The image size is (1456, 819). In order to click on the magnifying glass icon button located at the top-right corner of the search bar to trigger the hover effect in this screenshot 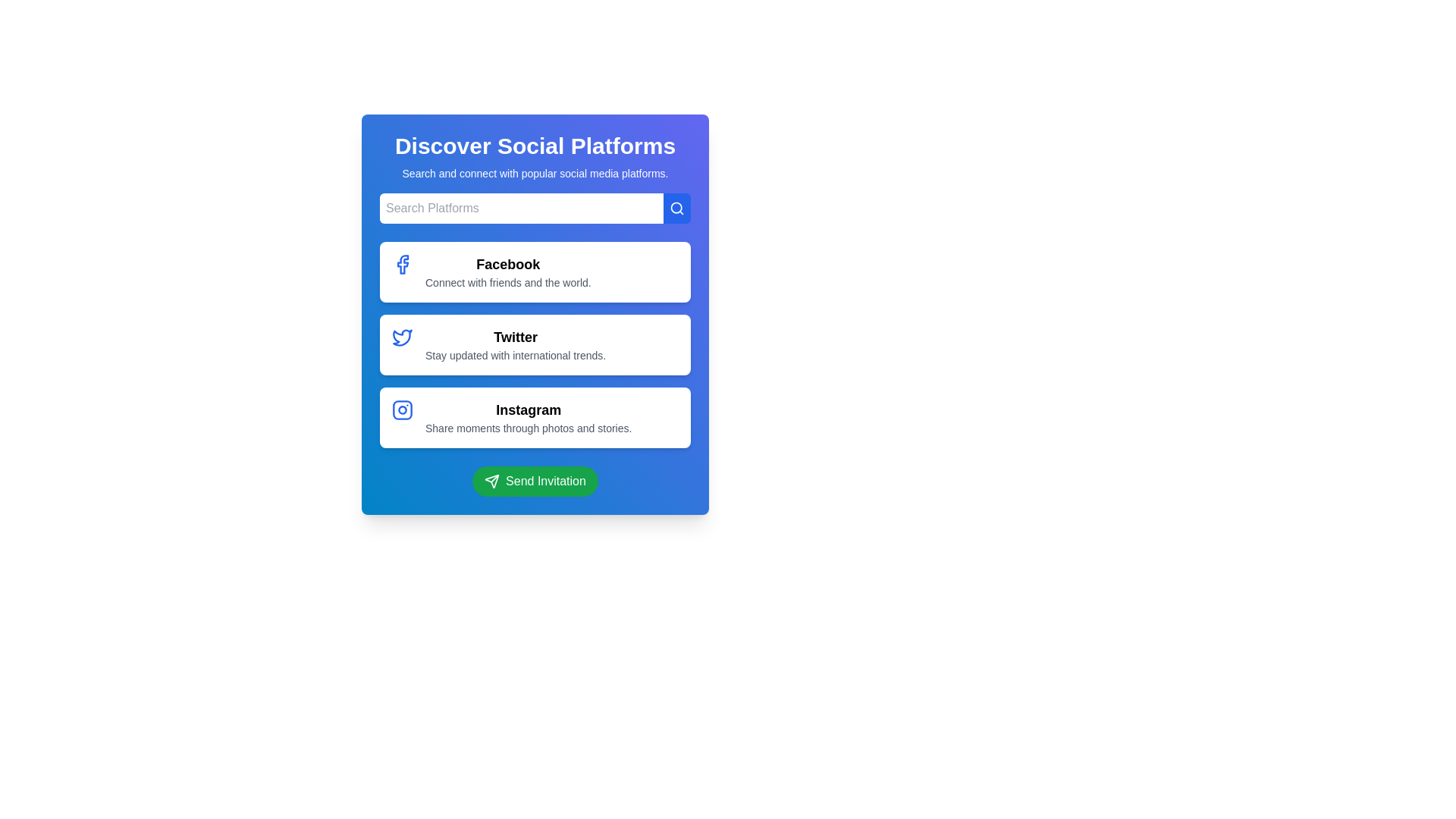, I will do `click(676, 208)`.